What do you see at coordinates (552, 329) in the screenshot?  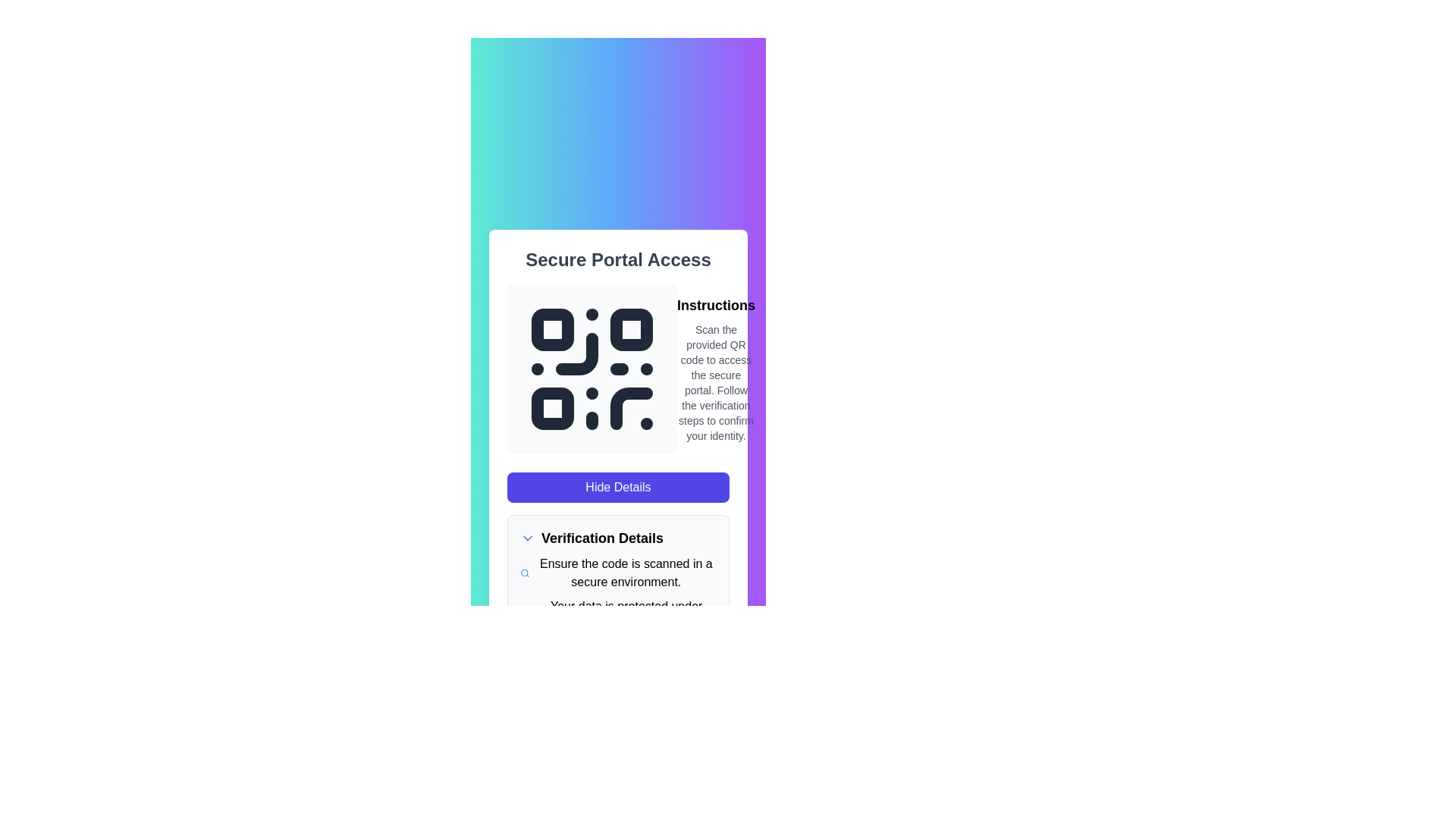 I see `the first small block in the top-left corner of the QR code block within the 'Secure Portal Access' module` at bounding box center [552, 329].